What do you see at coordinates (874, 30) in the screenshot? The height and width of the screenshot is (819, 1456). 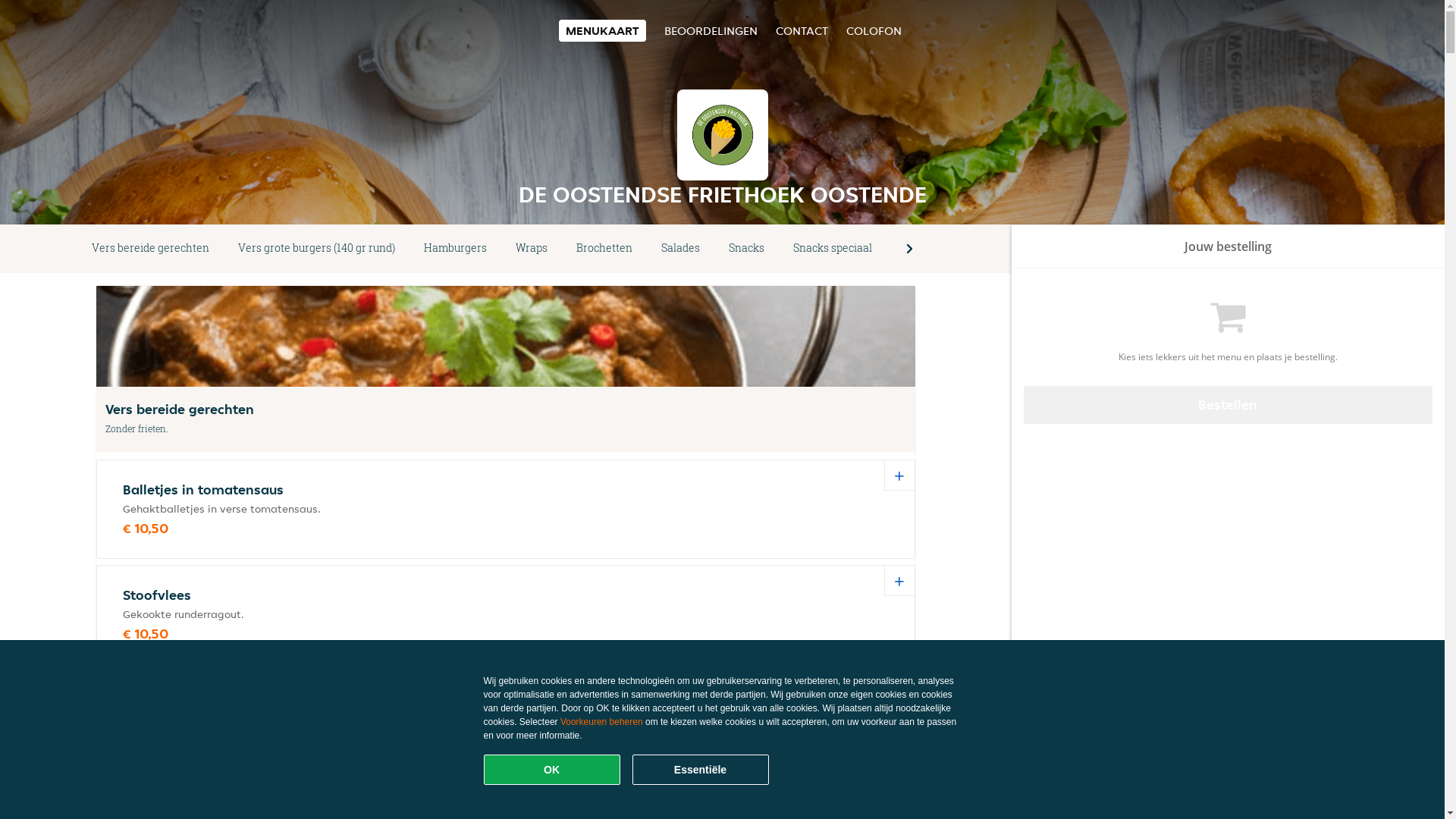 I see `'COLOFON'` at bounding box center [874, 30].